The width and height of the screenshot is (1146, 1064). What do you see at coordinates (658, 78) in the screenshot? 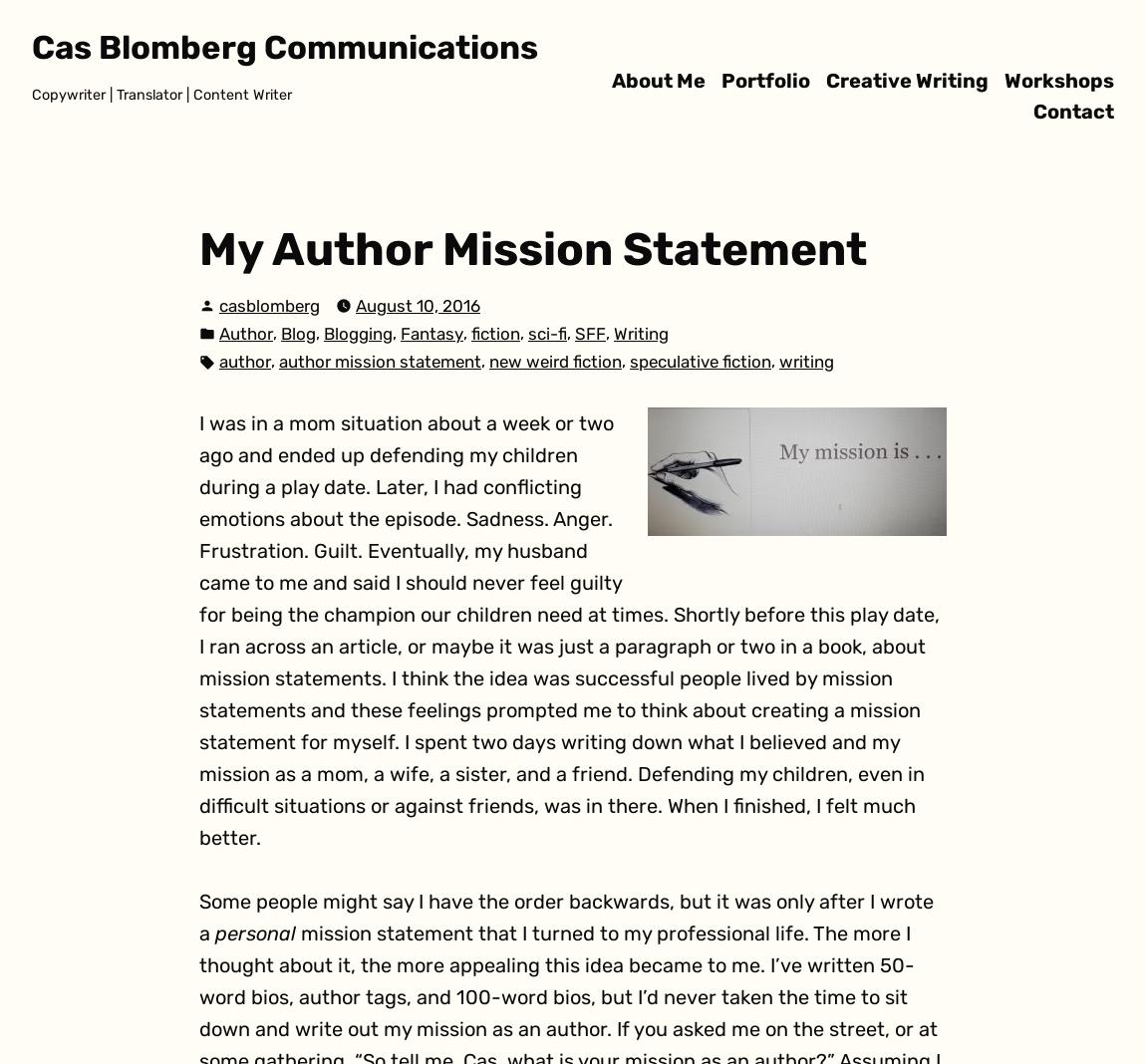
I see `'About Me'` at bounding box center [658, 78].